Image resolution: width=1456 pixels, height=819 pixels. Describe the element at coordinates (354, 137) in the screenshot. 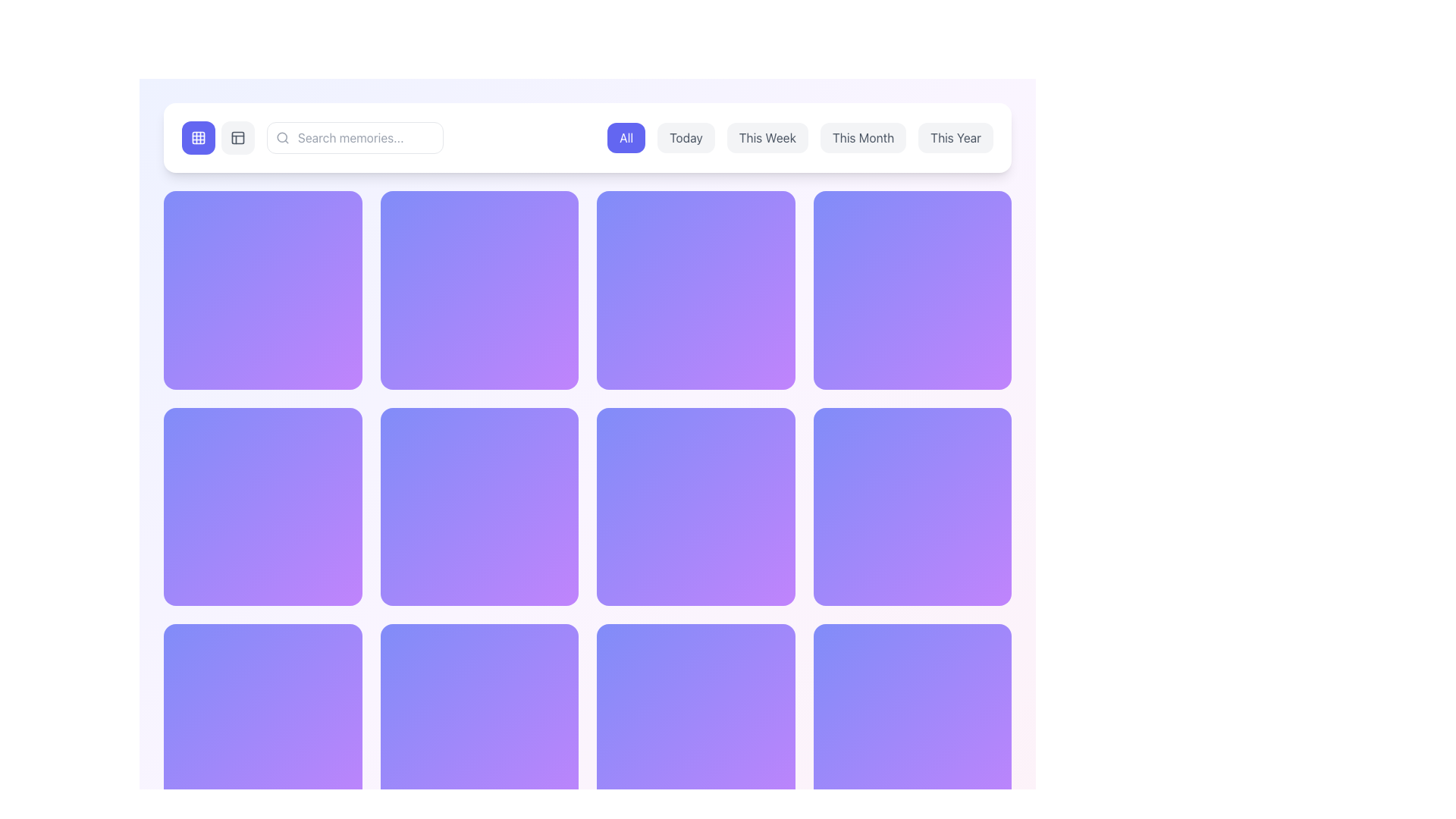

I see `the search input field with placeholder text 'Search memories...' to focus the input field` at that location.